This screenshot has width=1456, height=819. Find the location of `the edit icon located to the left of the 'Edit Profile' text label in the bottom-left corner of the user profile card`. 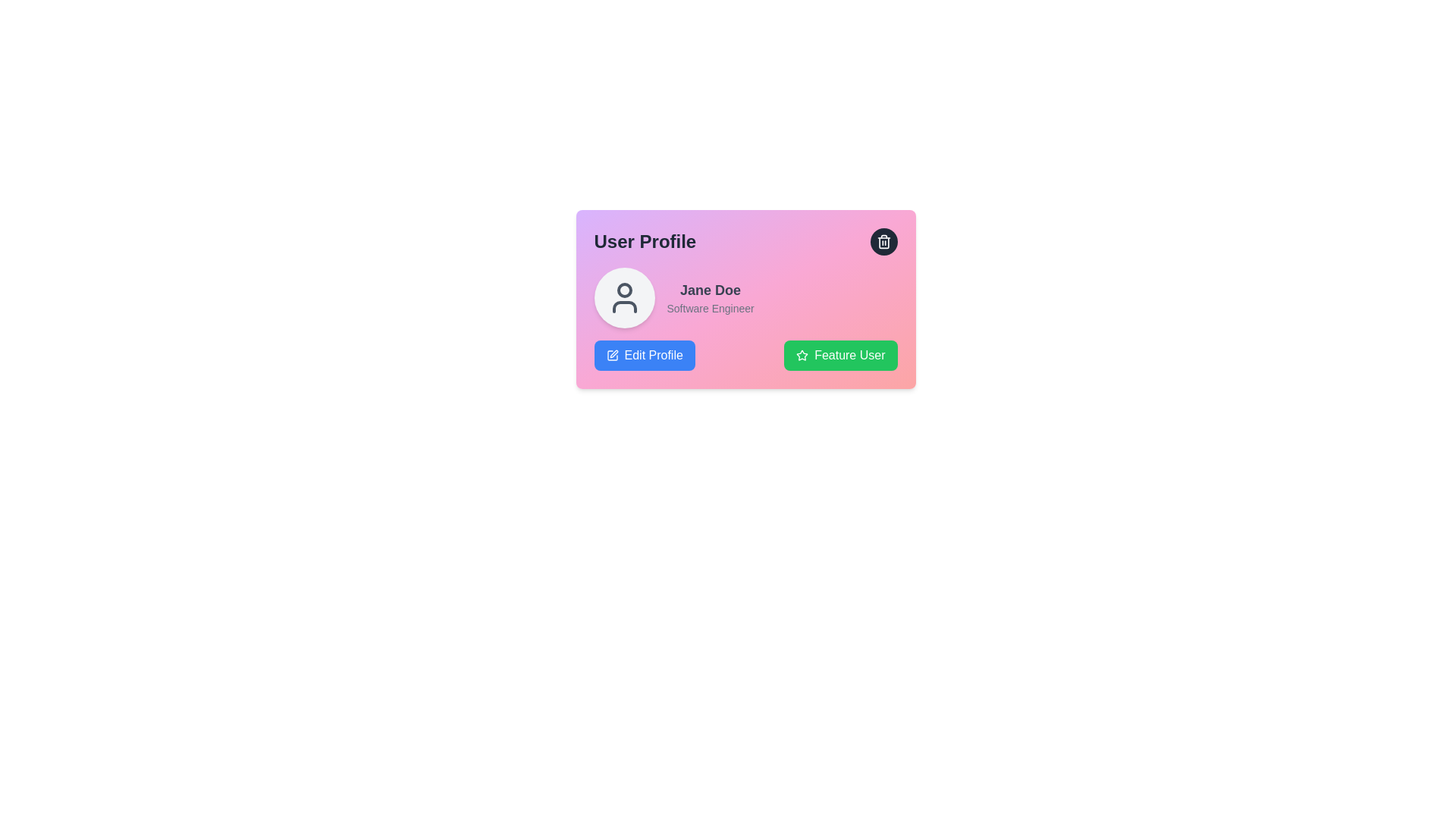

the edit icon located to the left of the 'Edit Profile' text label in the bottom-left corner of the user profile card is located at coordinates (612, 356).